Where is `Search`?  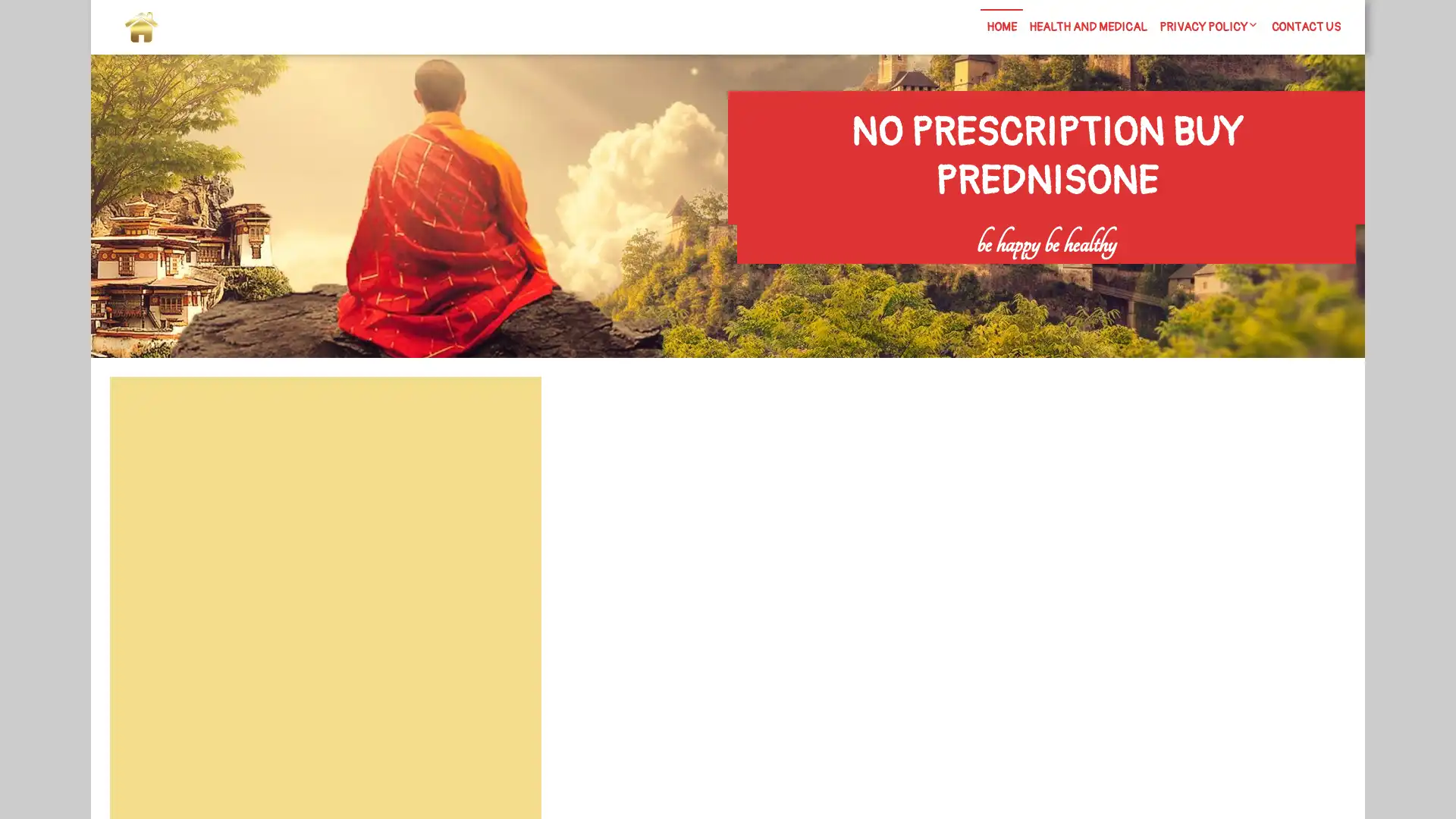 Search is located at coordinates (1181, 274).